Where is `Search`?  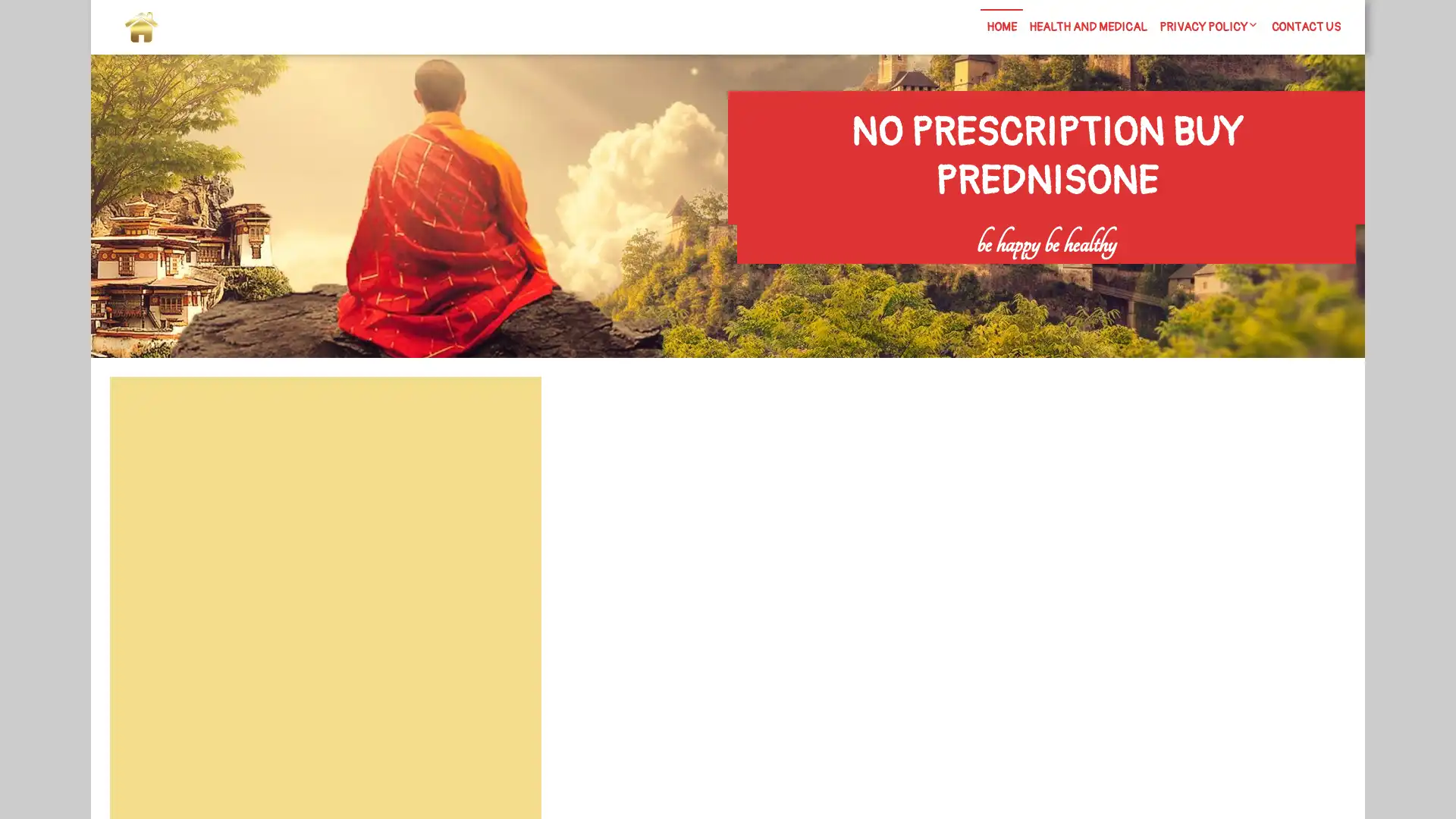 Search is located at coordinates (1181, 274).